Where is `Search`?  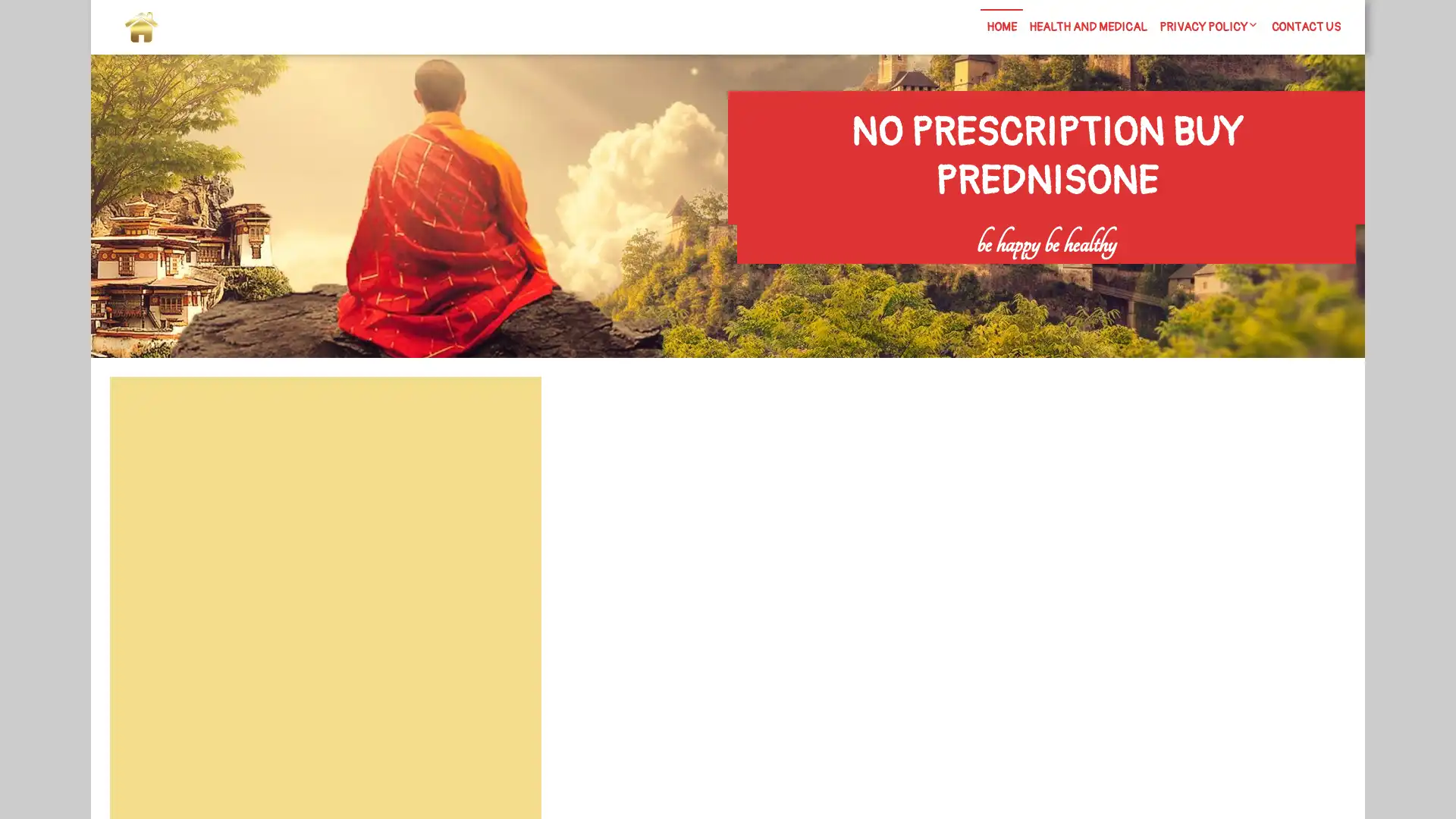 Search is located at coordinates (1181, 274).